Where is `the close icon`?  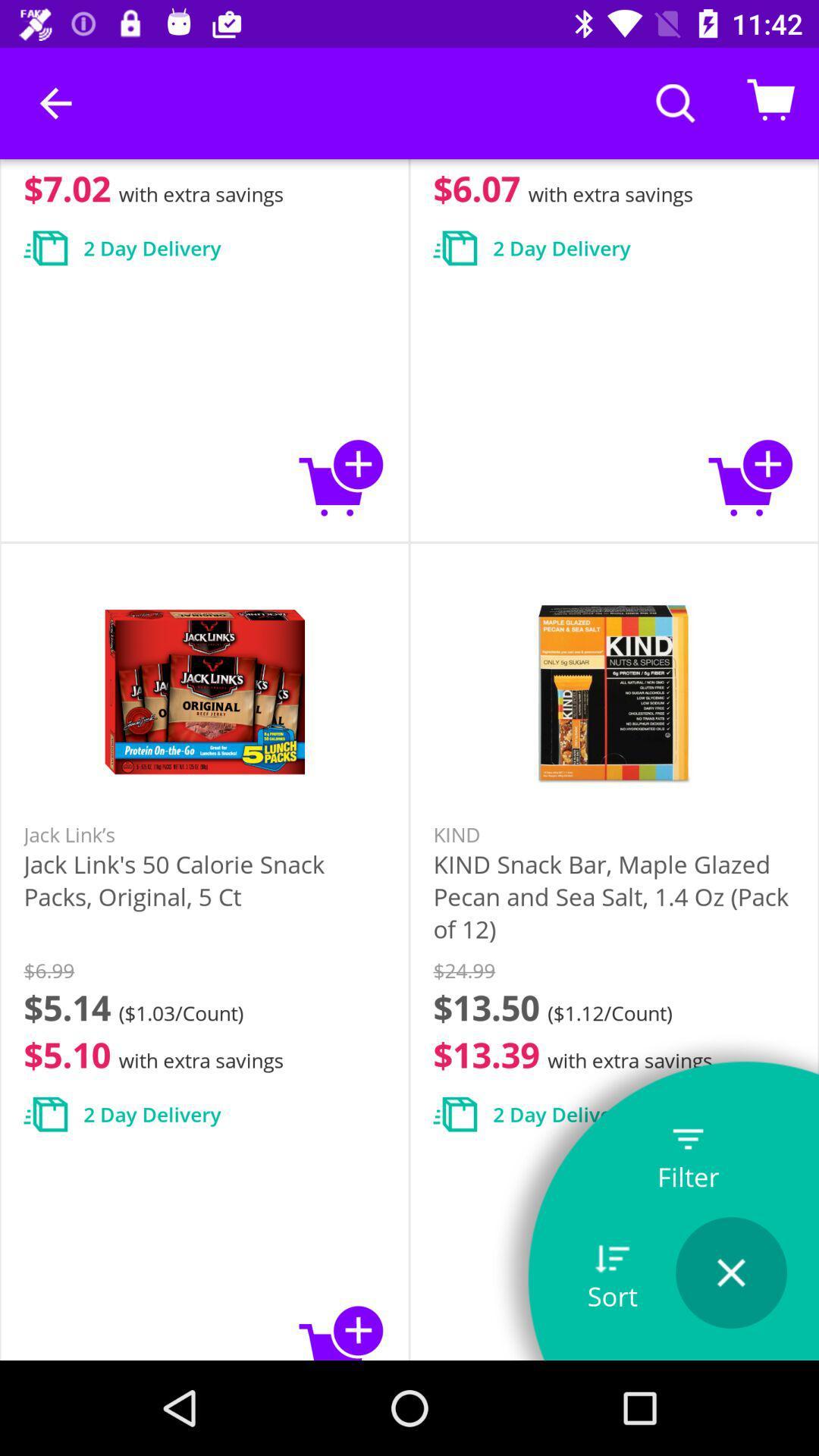 the close icon is located at coordinates (730, 1272).